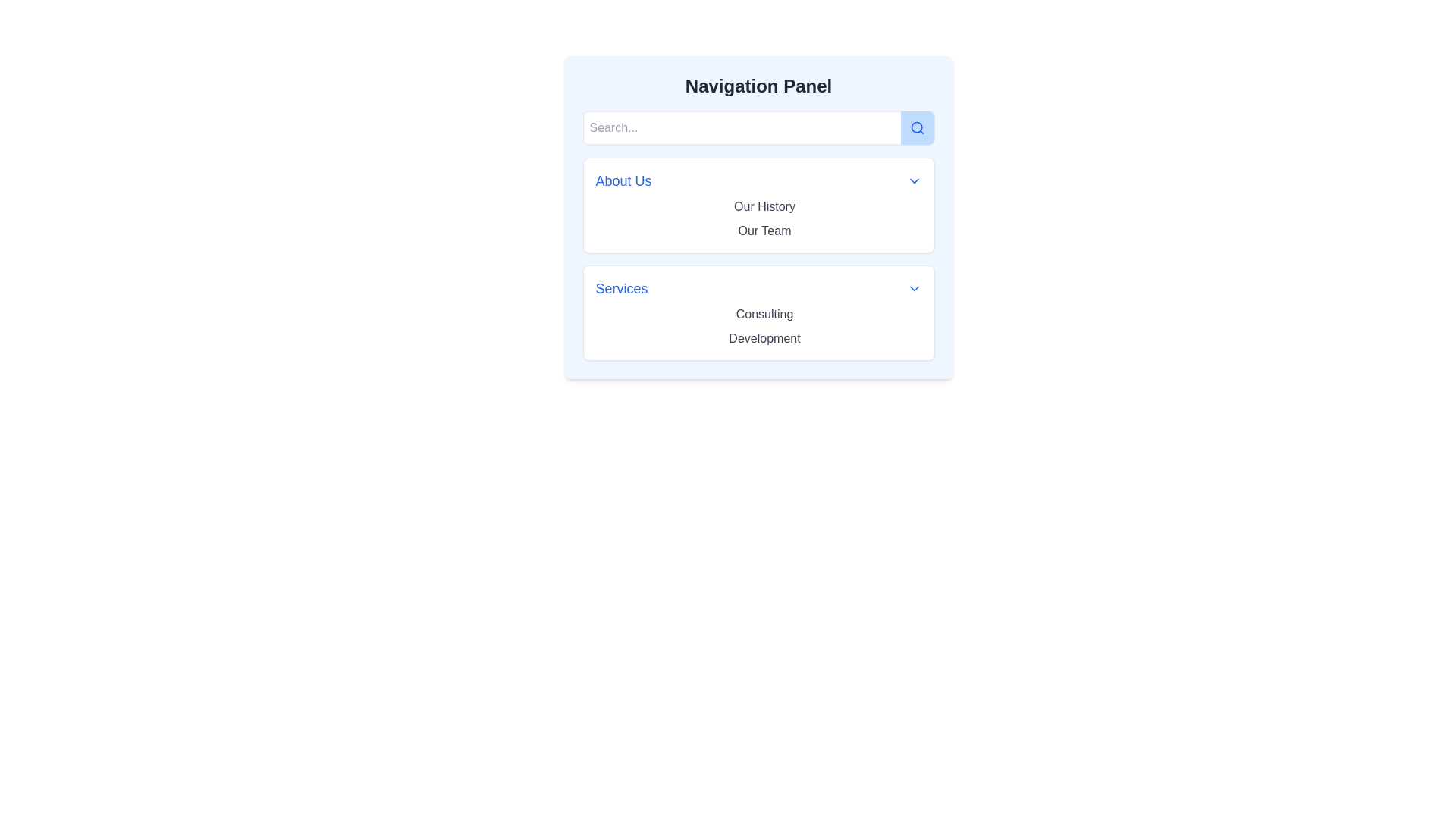  I want to click on the hyperlink located under the 'About Us' category in the navigation panel, so click(764, 231).